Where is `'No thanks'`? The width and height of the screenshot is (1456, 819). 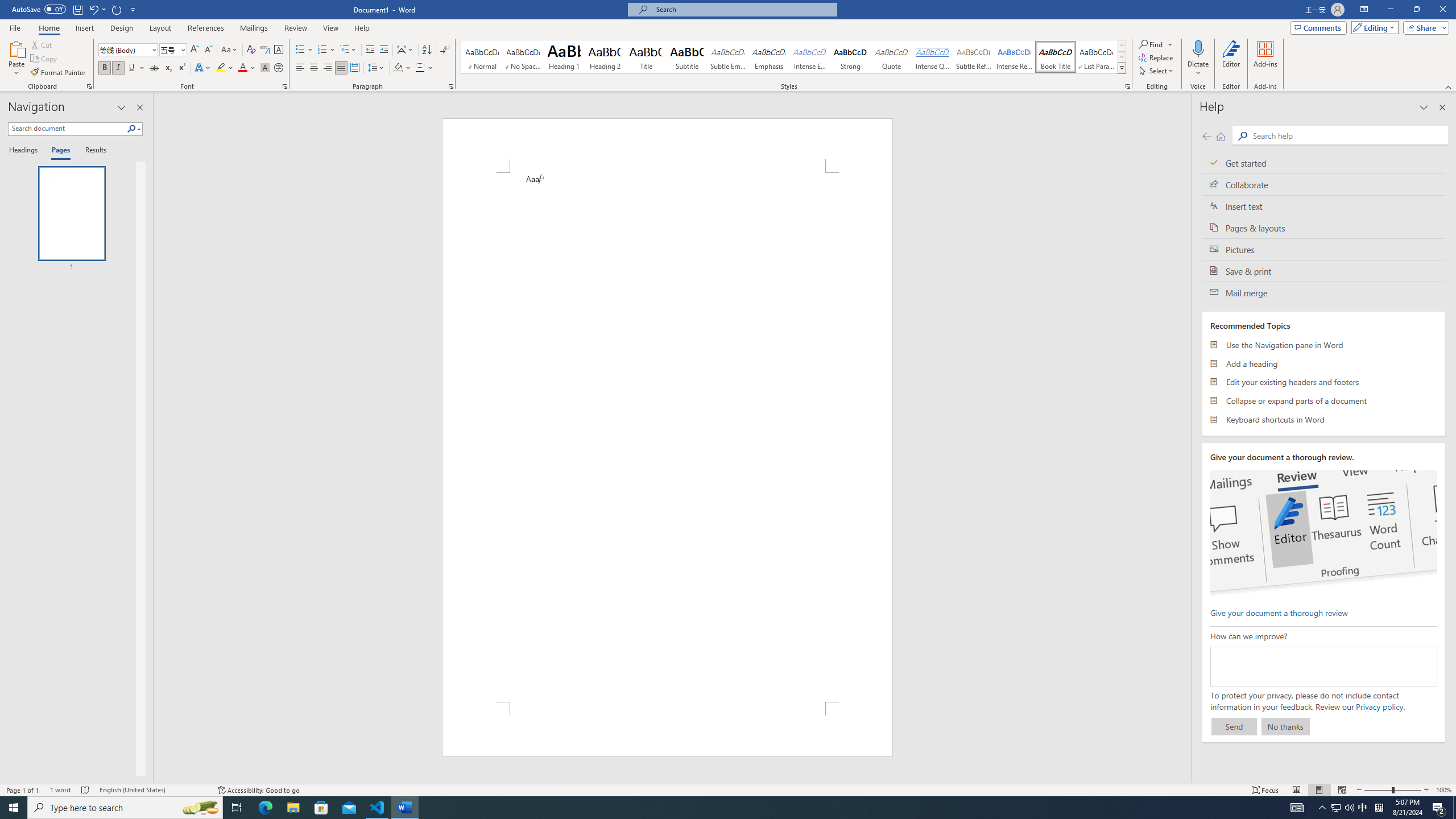
'No thanks' is located at coordinates (1285, 726).